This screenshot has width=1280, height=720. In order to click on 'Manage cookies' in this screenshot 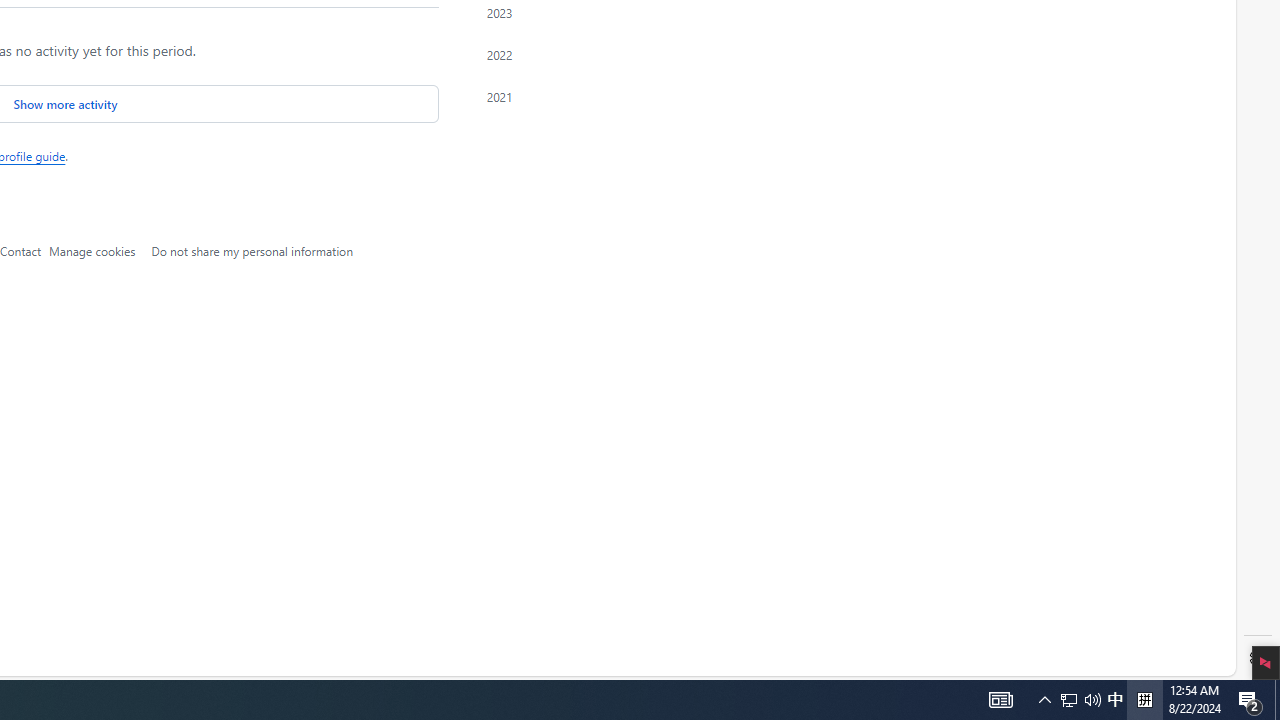, I will do `click(91, 249)`.